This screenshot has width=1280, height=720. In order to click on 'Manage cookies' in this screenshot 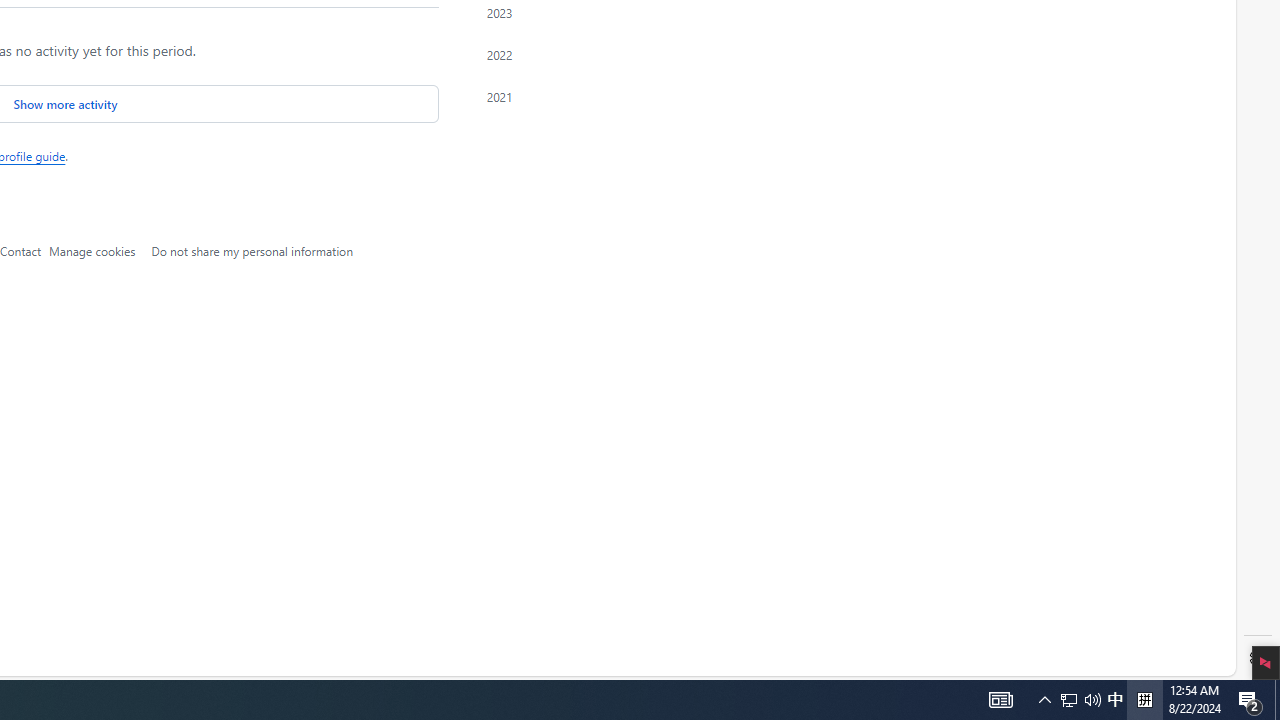, I will do `click(91, 249)`.